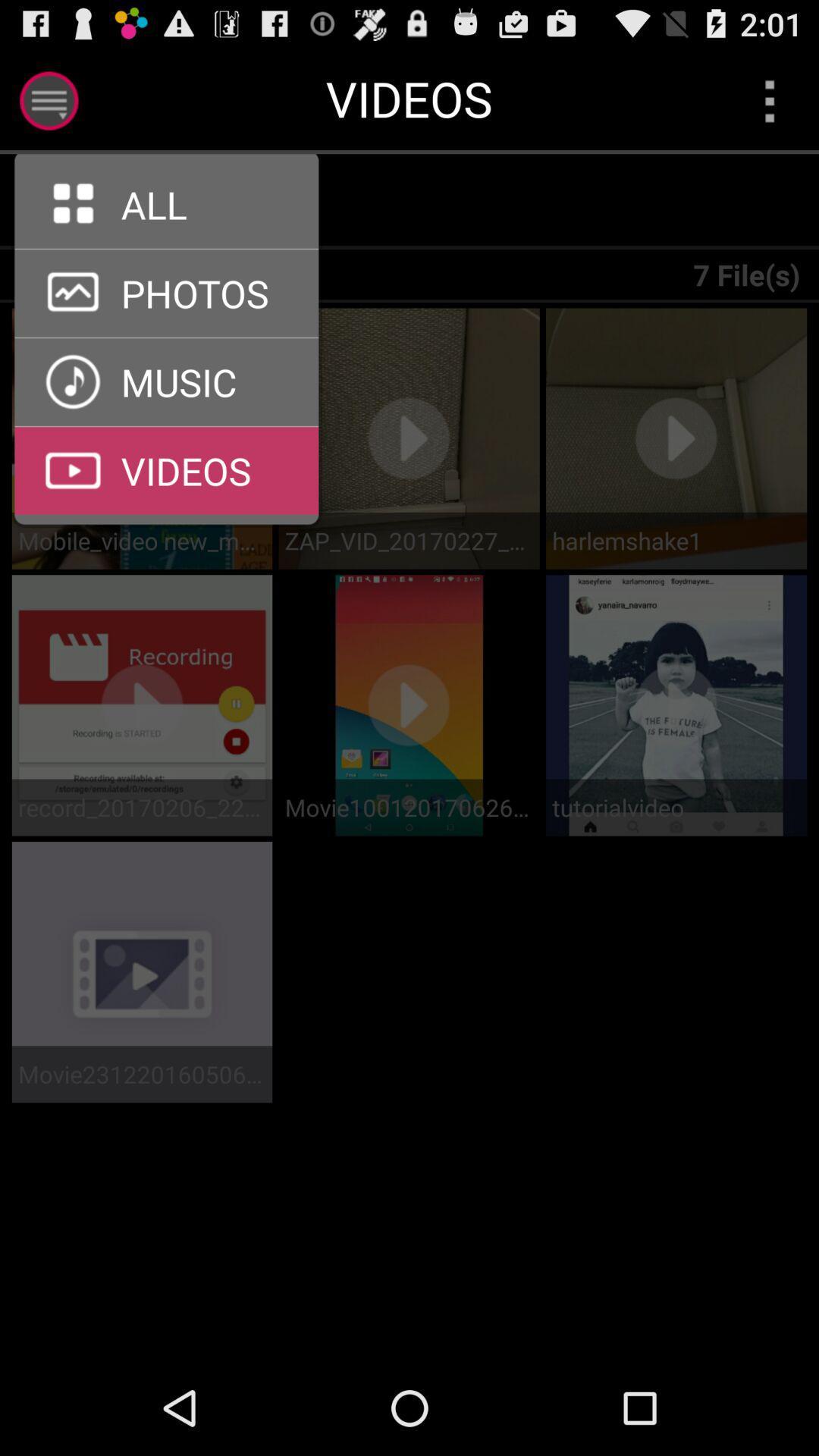 The height and width of the screenshot is (1456, 819). What do you see at coordinates (175, 201) in the screenshot?
I see `shows all button` at bounding box center [175, 201].